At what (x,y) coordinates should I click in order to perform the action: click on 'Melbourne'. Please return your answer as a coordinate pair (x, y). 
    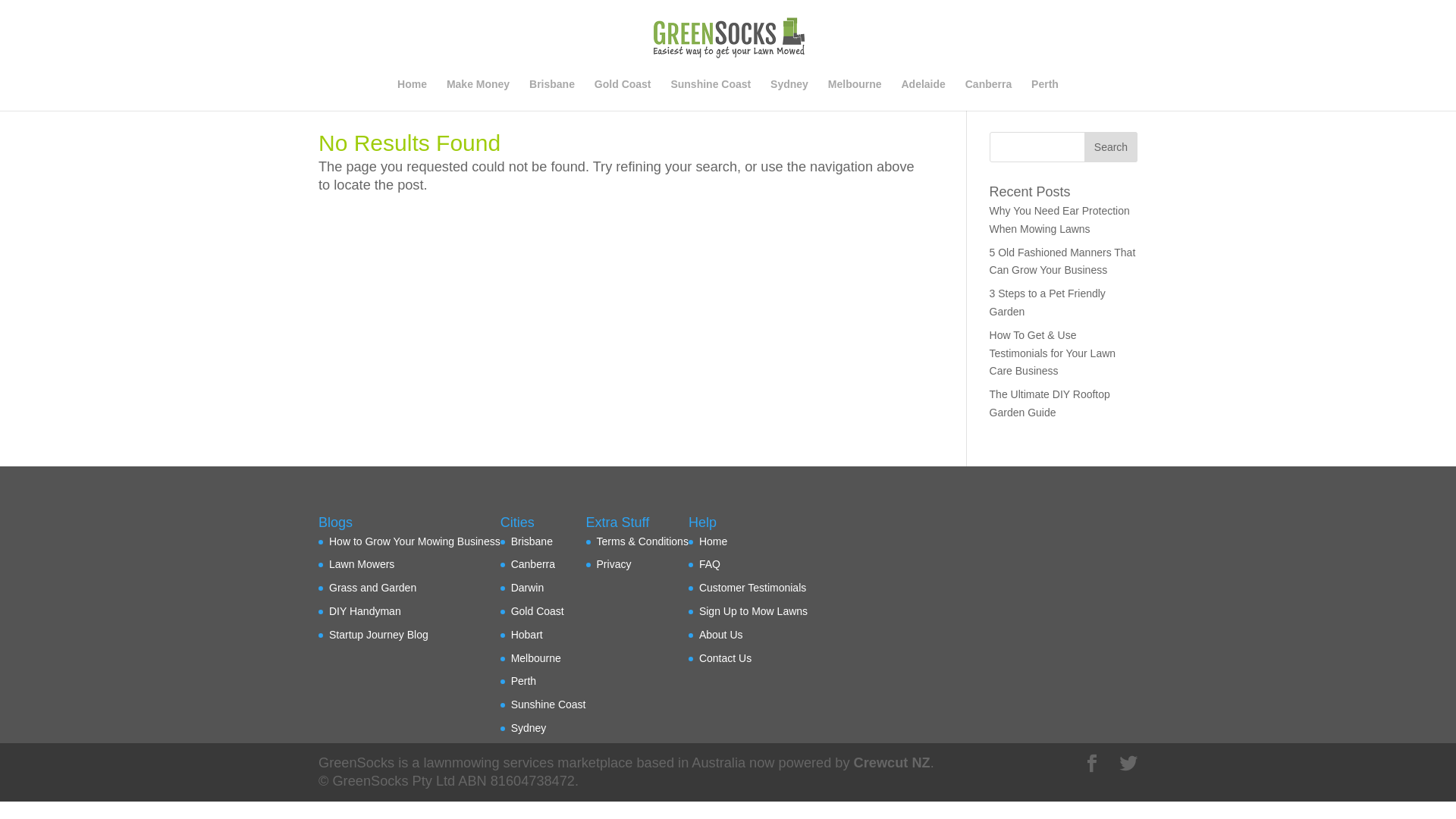
    Looking at the image, I should click on (855, 94).